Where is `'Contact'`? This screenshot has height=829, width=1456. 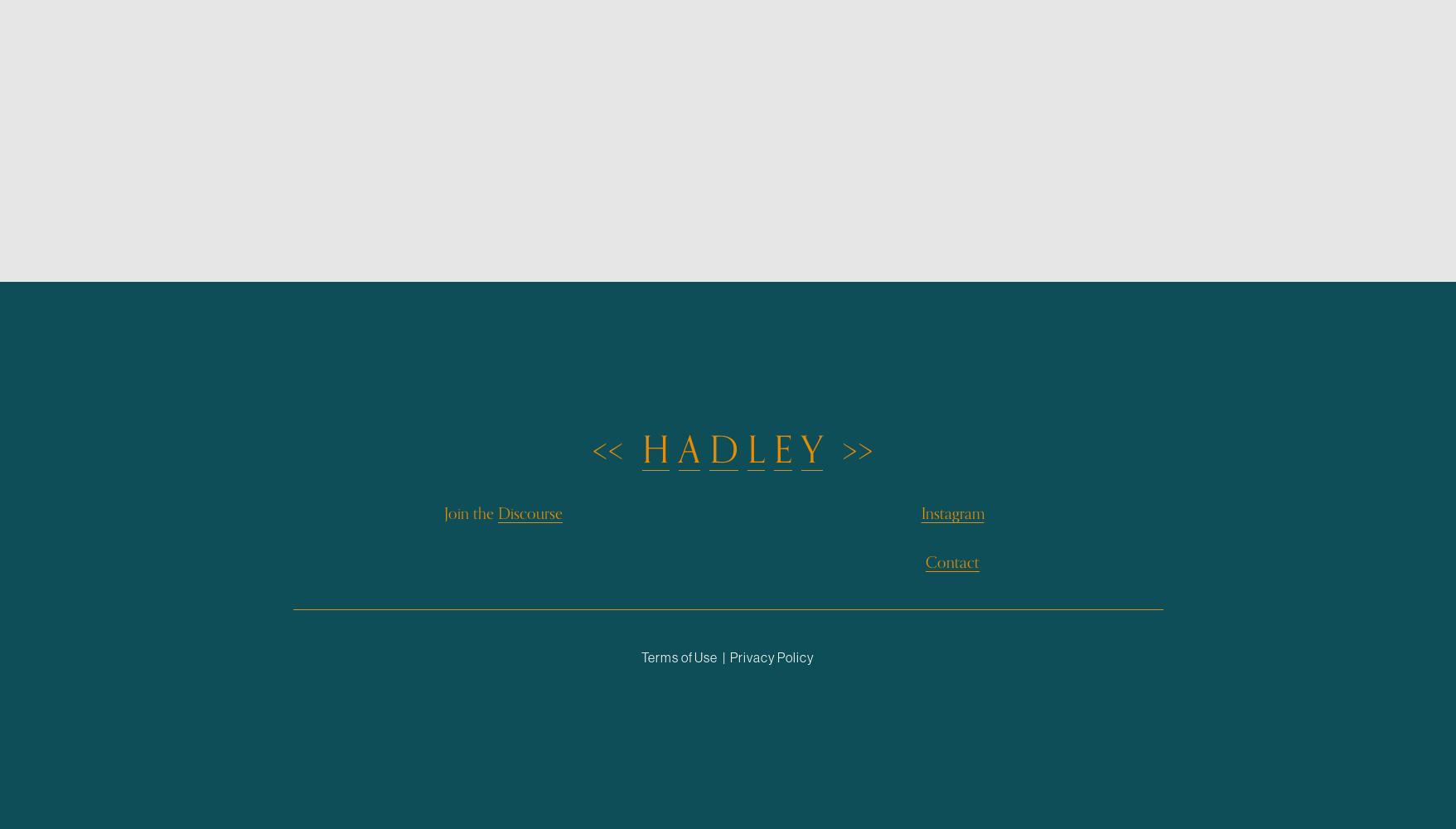 'Contact' is located at coordinates (951, 561).